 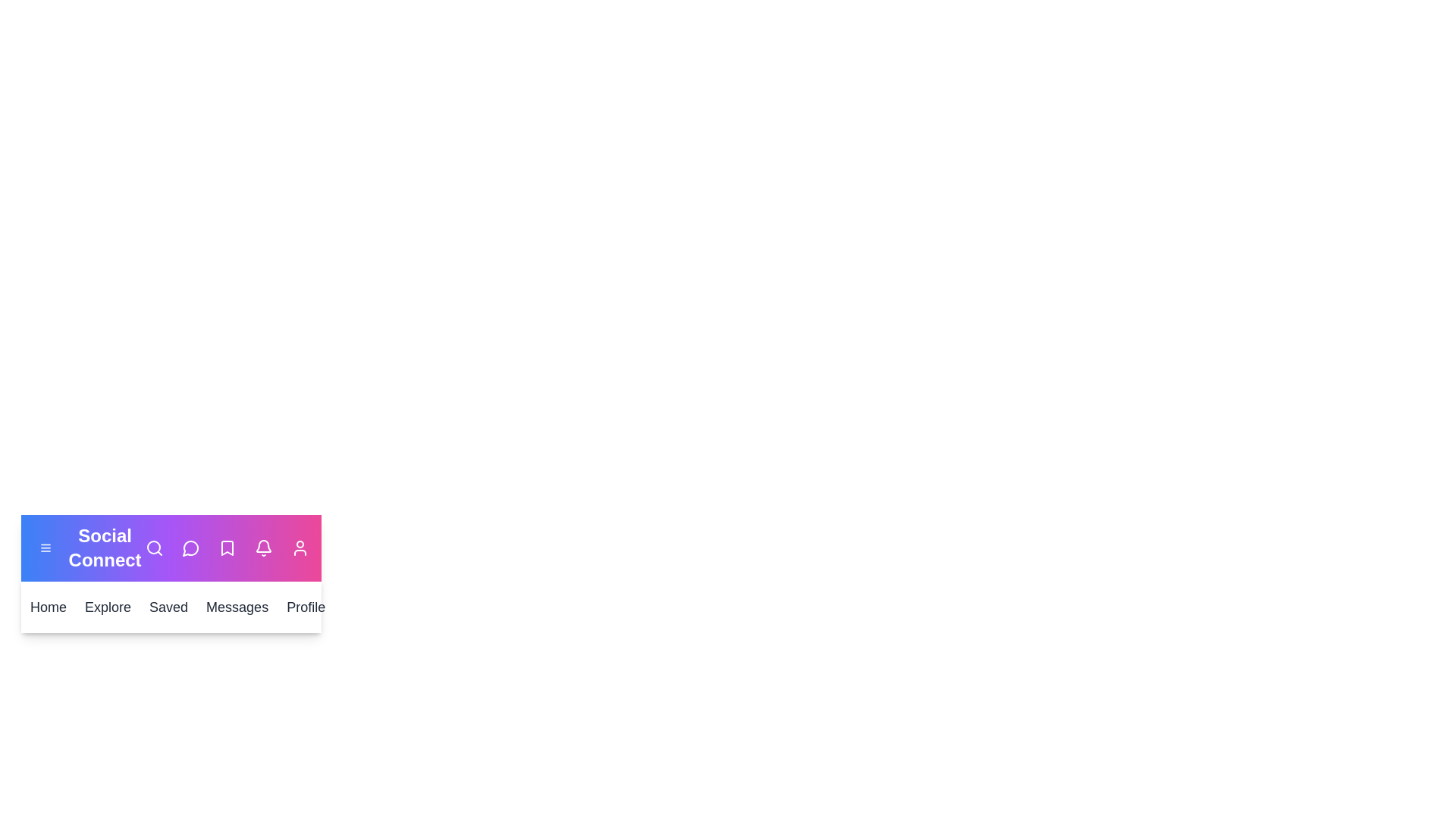 I want to click on the user icon to view the user profile, so click(x=300, y=548).